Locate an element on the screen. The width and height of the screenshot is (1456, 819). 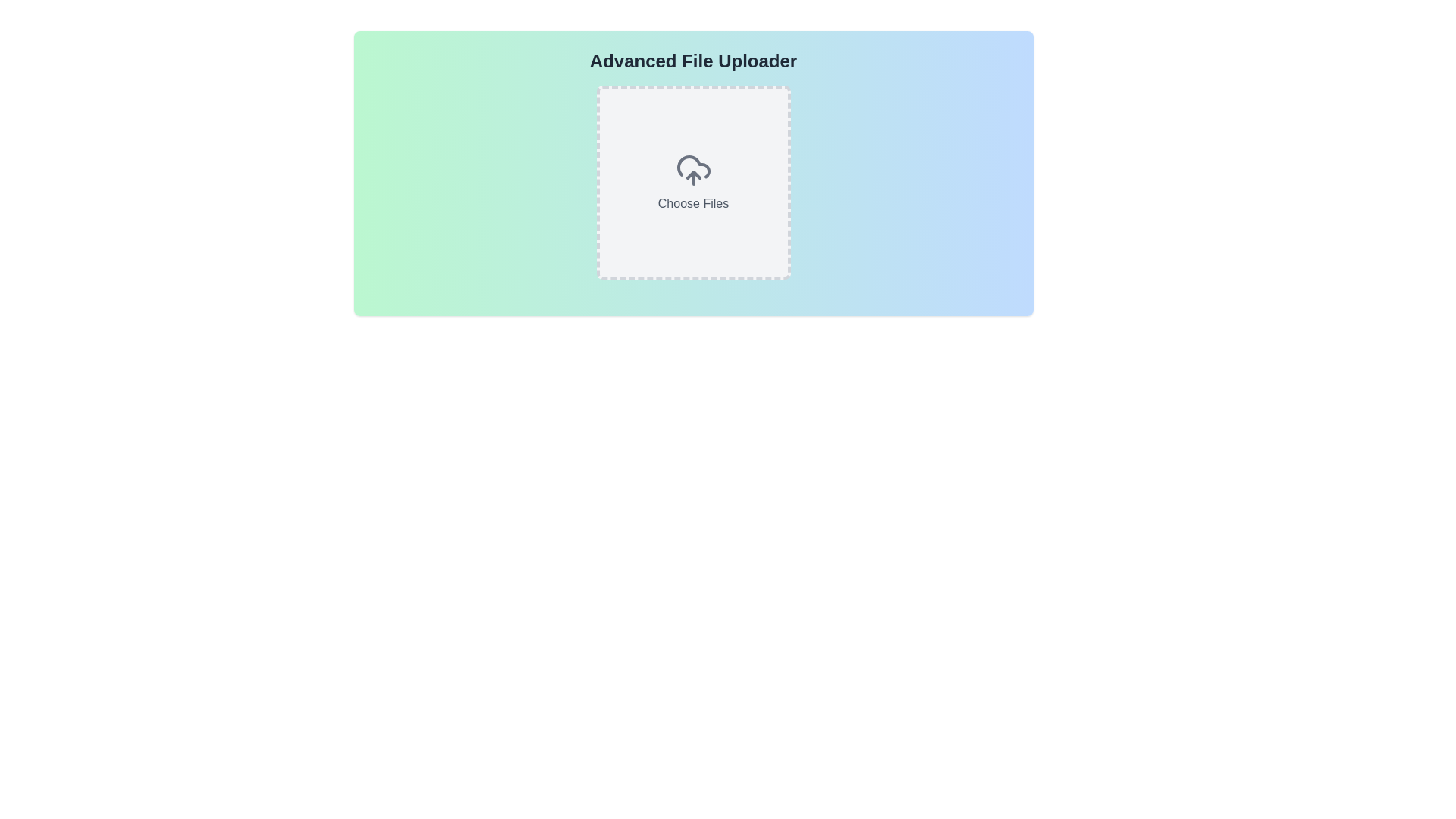
the visual indication of the upload function by interacting with the file upload icon located centrally within the 'Choose Files' area is located at coordinates (692, 170).